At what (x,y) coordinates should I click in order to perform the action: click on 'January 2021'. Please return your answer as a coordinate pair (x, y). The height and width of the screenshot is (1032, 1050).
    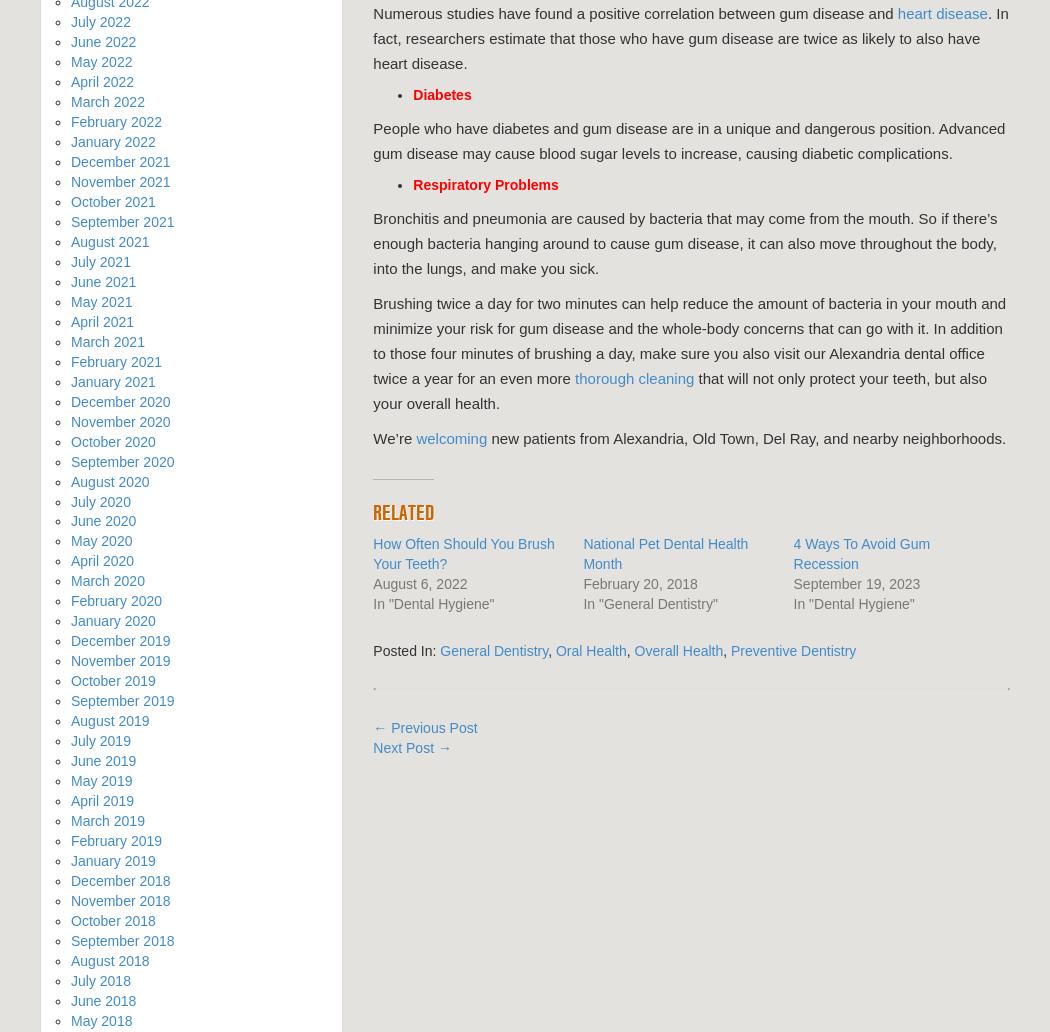
    Looking at the image, I should click on (112, 381).